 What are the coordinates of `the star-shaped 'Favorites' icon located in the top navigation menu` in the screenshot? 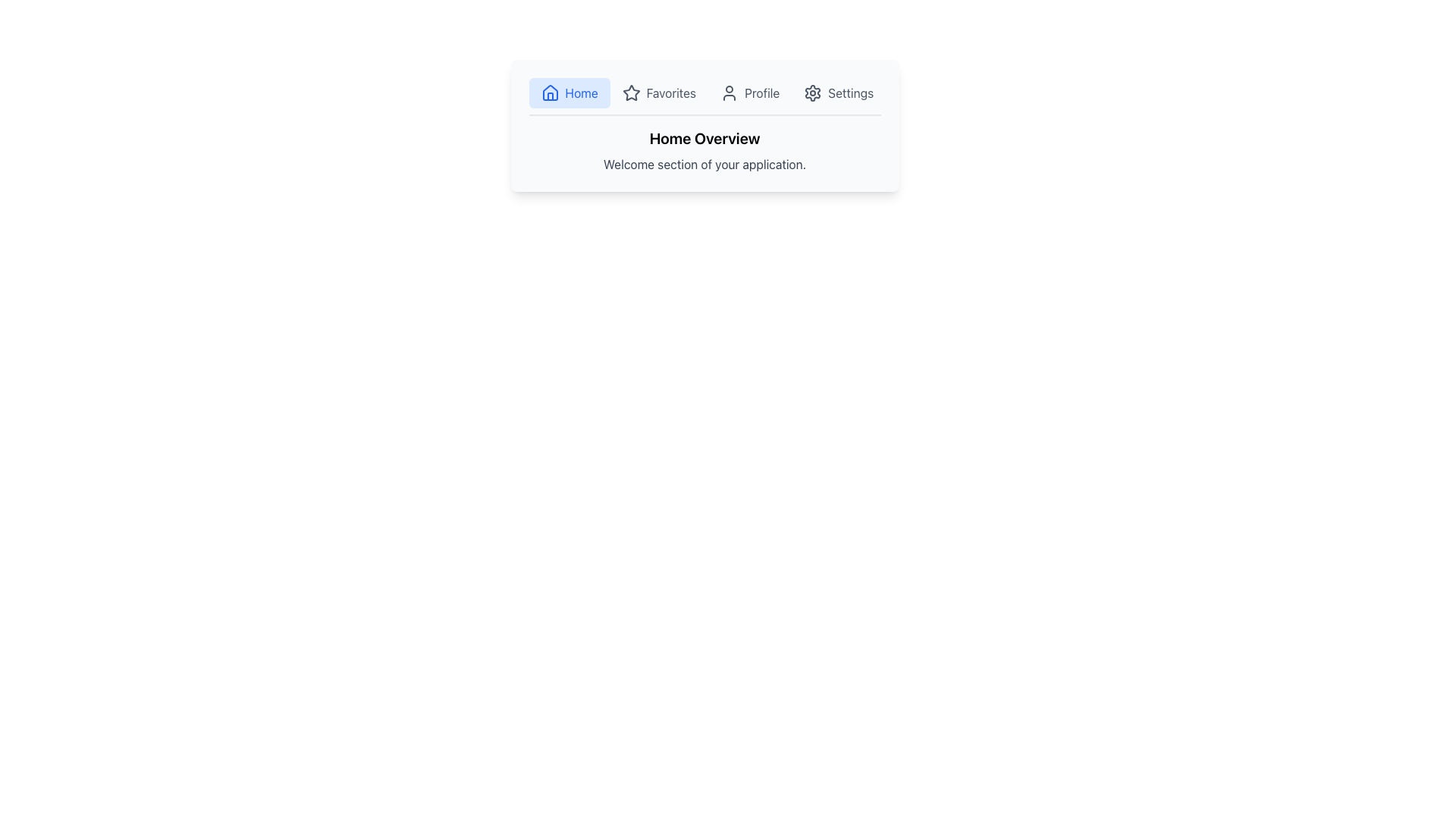 It's located at (631, 93).